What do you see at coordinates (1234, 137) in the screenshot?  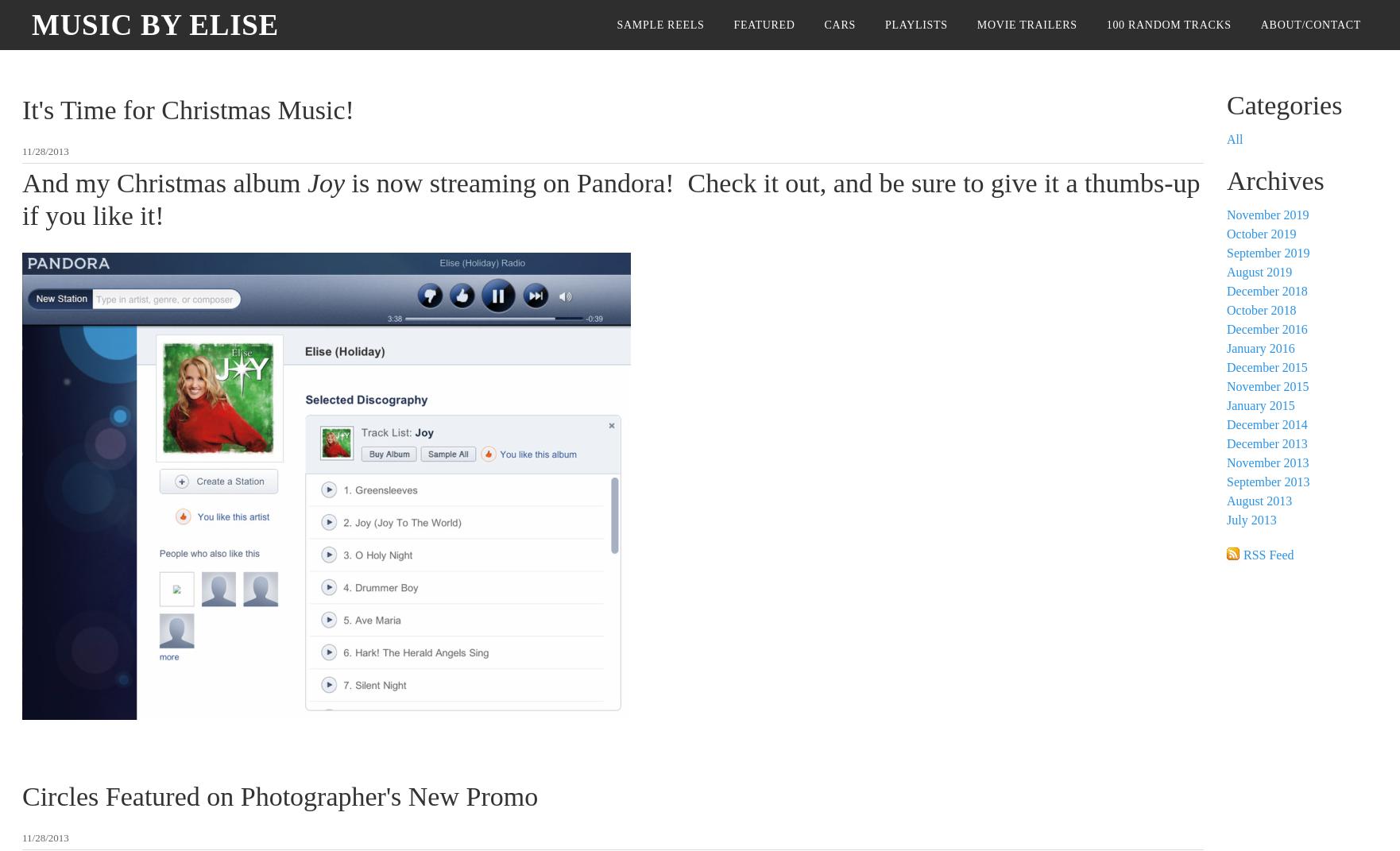 I see `'All'` at bounding box center [1234, 137].